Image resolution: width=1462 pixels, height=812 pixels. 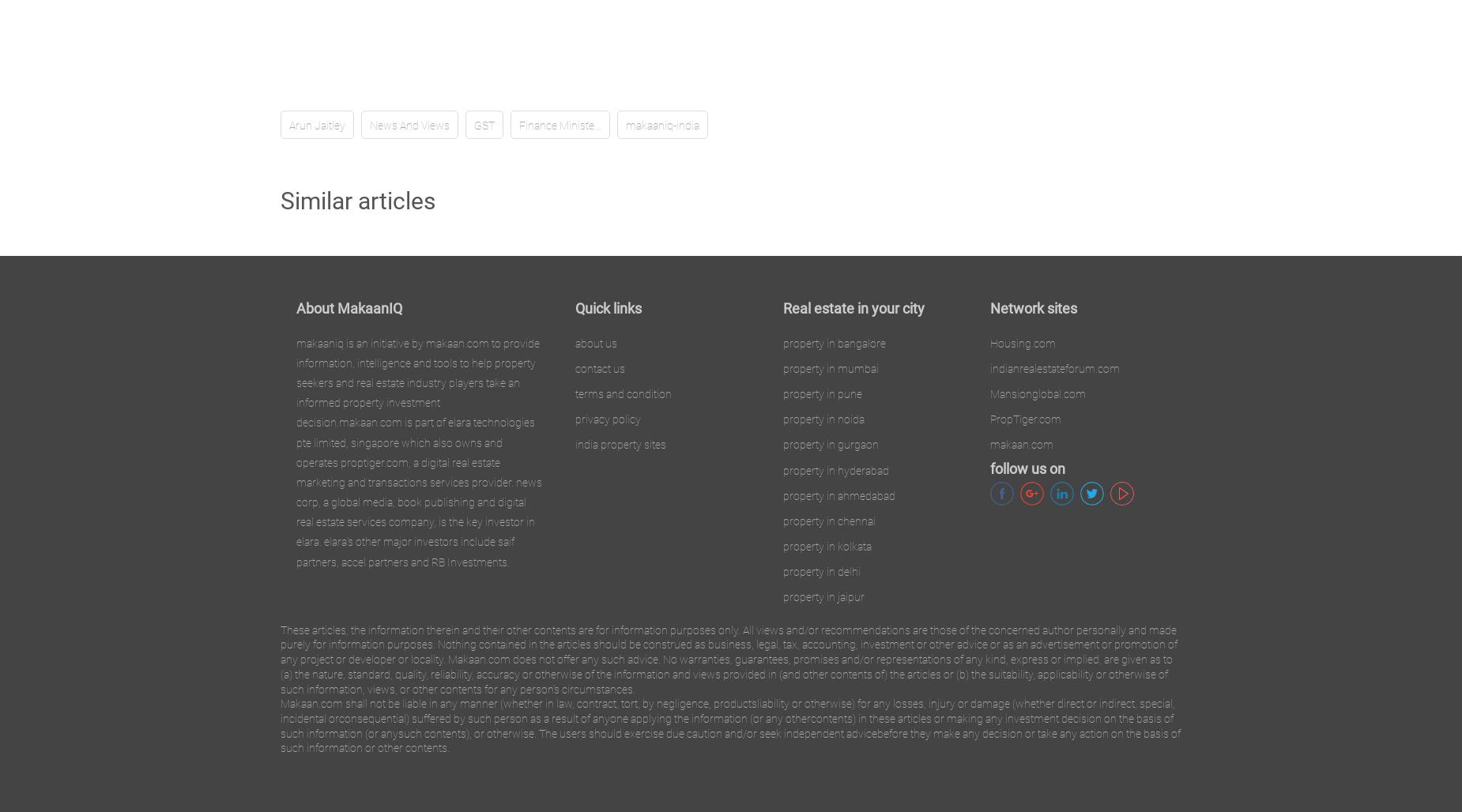 I want to click on 'Quick links', so click(x=608, y=307).